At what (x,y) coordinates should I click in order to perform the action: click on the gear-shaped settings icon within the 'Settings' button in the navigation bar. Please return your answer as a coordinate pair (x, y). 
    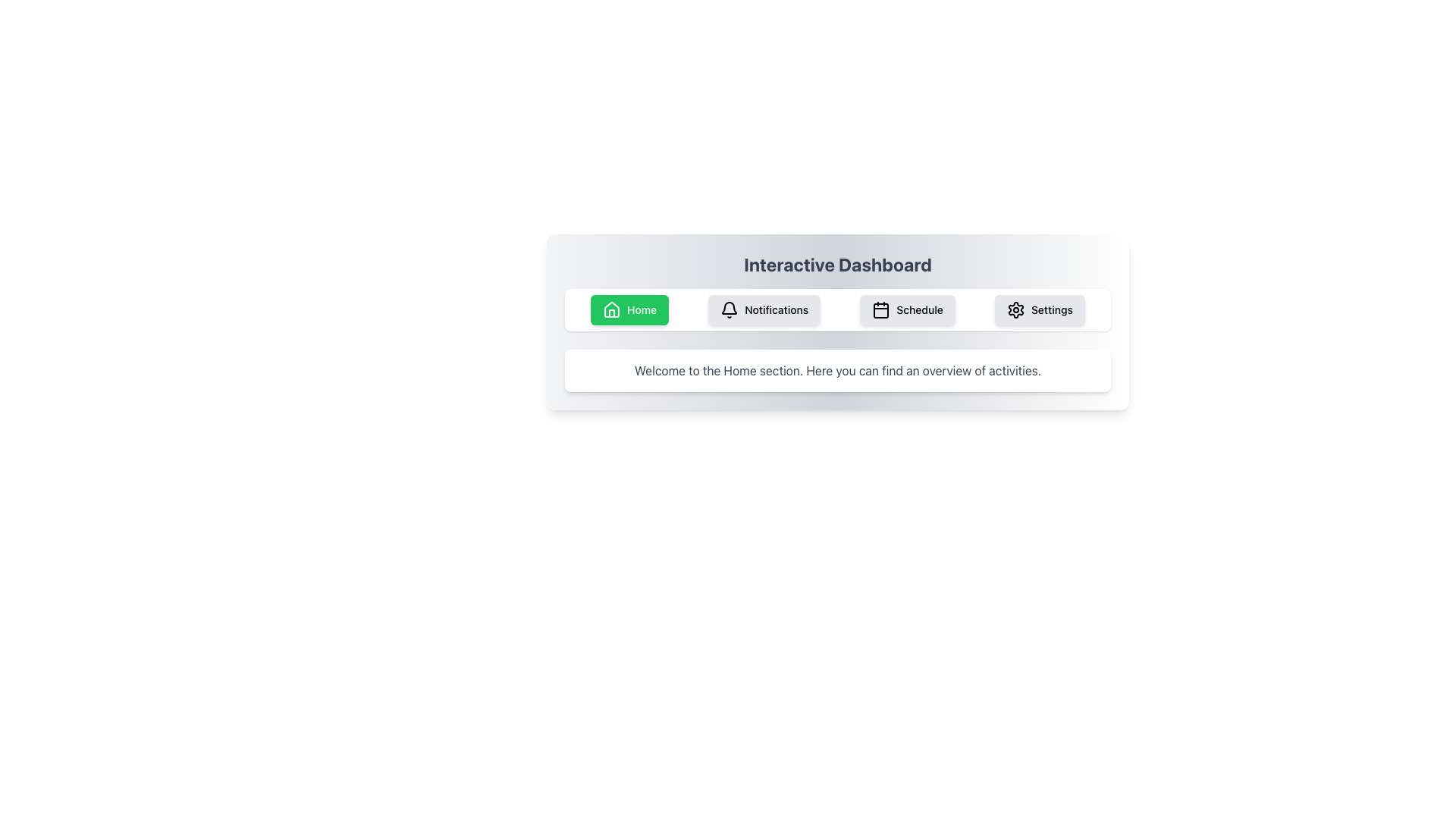
    Looking at the image, I should click on (1015, 309).